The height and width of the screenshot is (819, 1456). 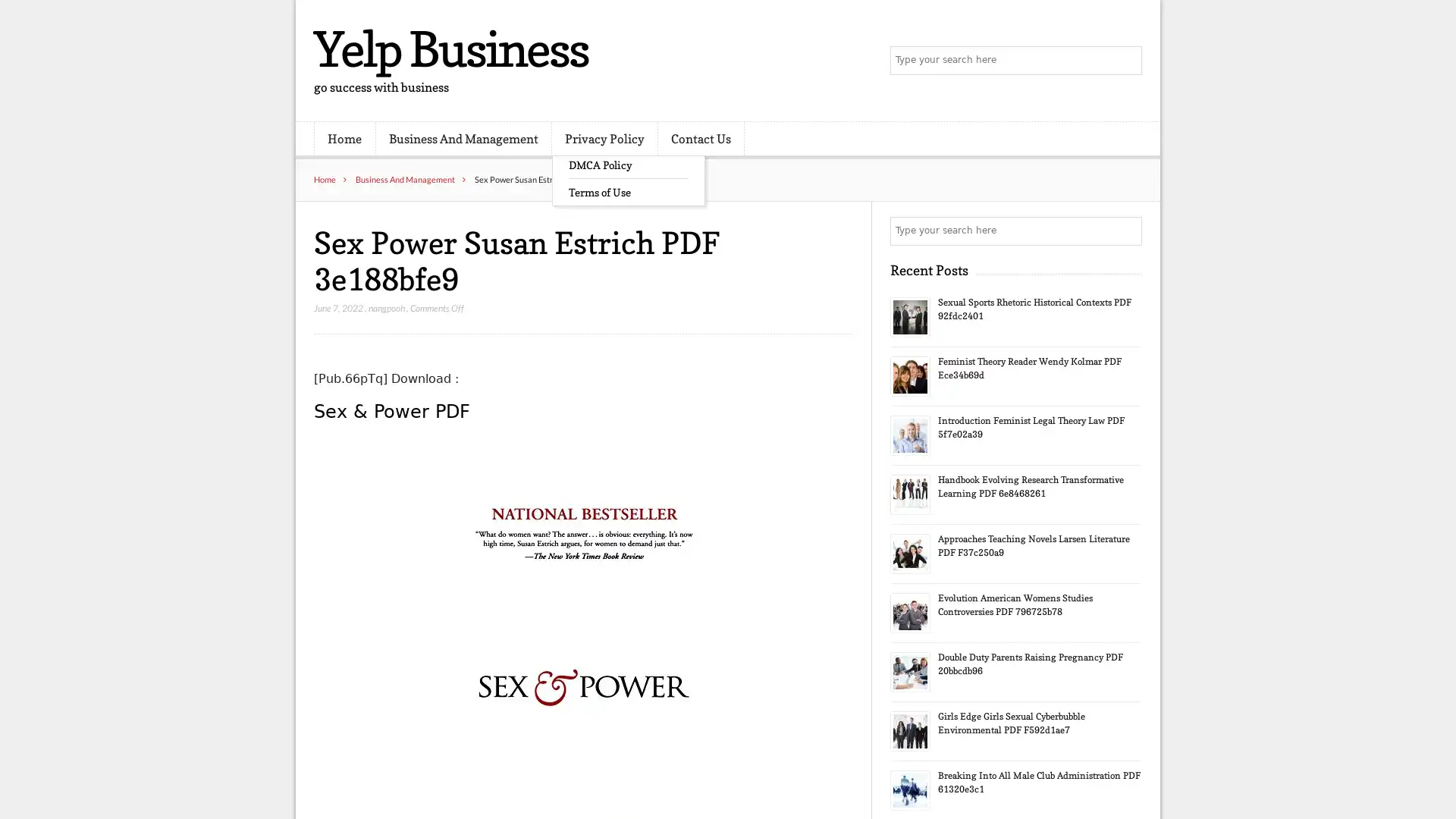 I want to click on Search, so click(x=1126, y=61).